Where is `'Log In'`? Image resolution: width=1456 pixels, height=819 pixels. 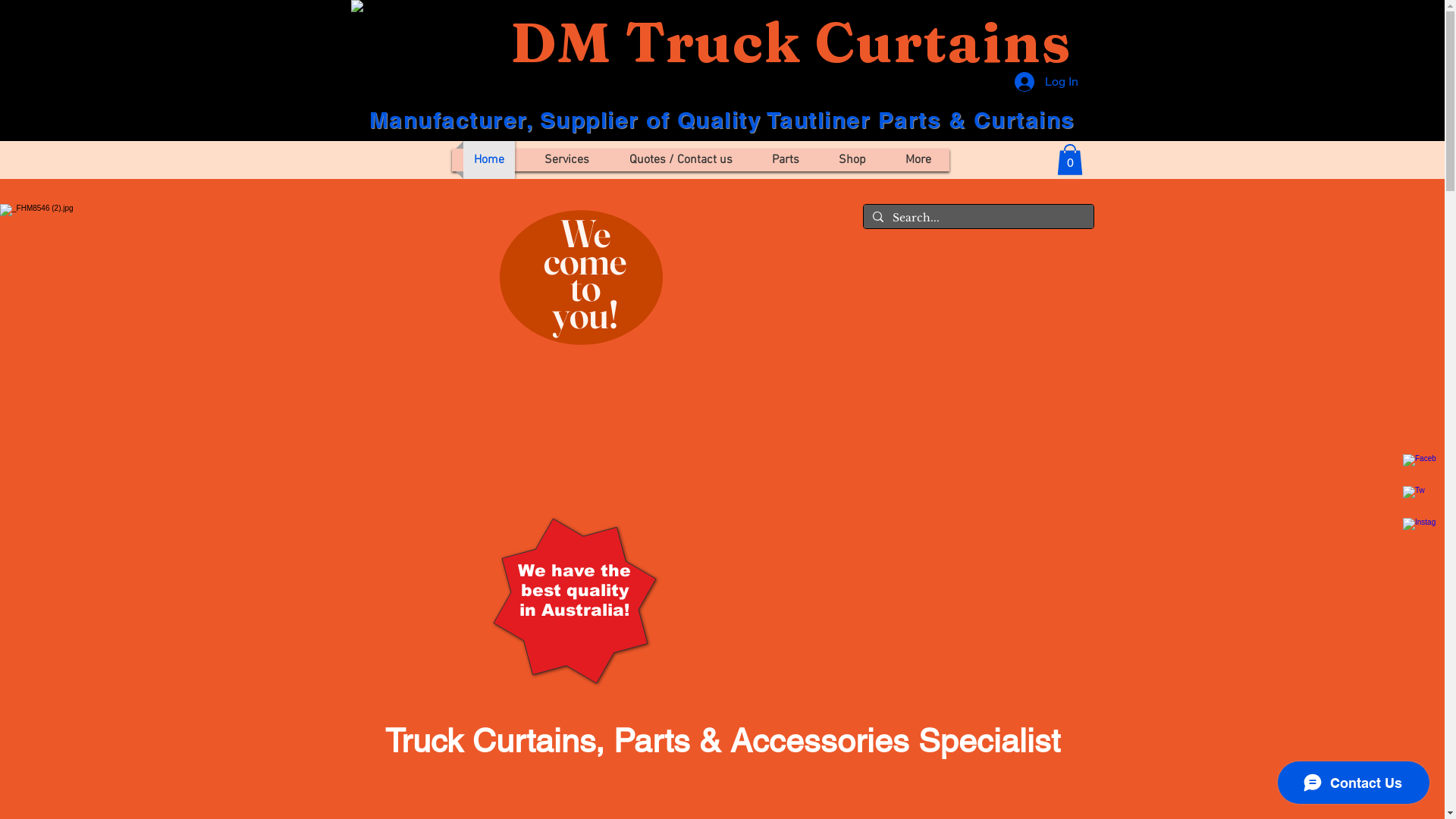 'Log In' is located at coordinates (1004, 82).